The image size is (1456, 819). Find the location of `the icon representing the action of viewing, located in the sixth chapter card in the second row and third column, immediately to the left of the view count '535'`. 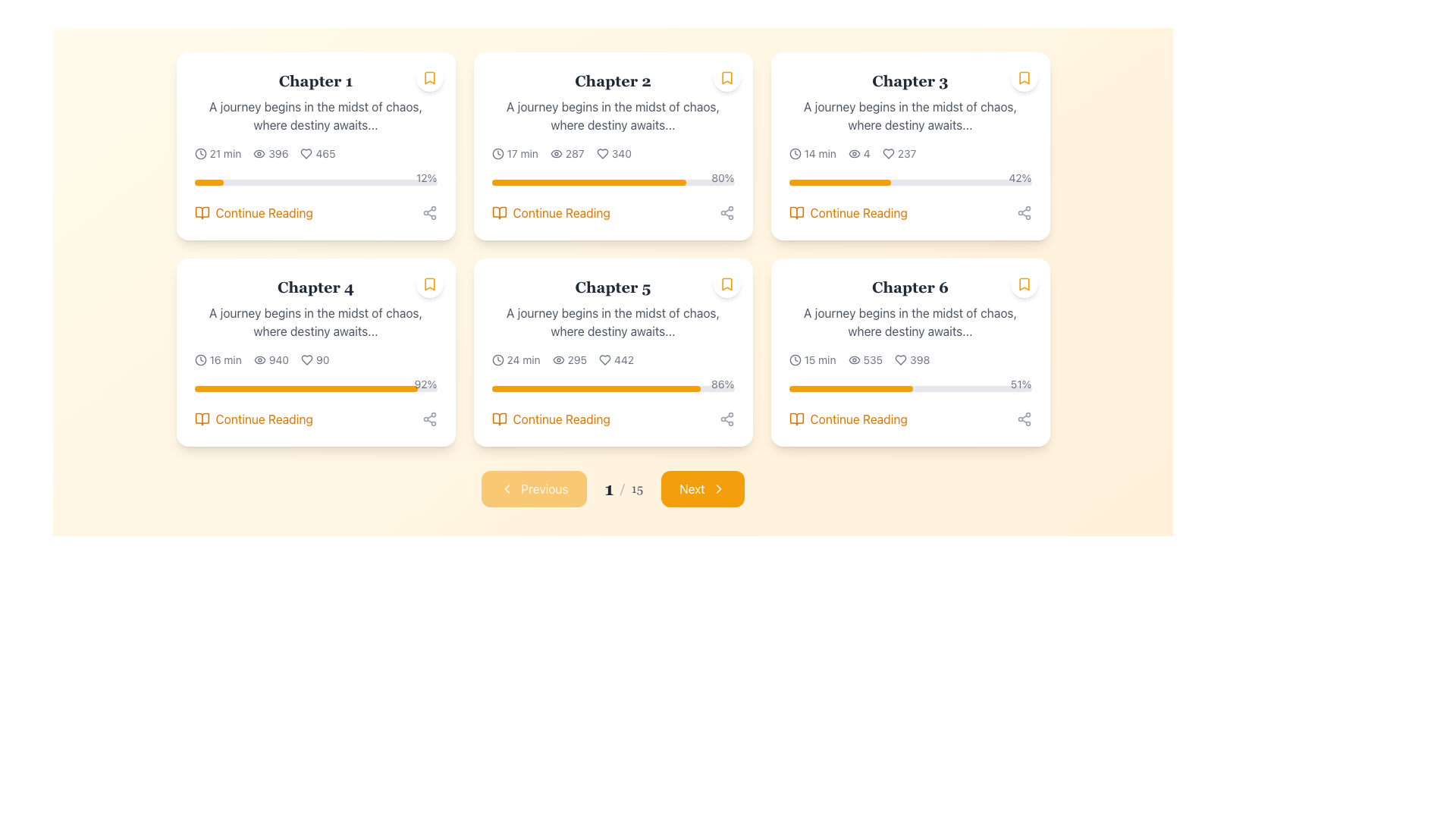

the icon representing the action of viewing, located in the sixth chapter card in the second row and third column, immediately to the left of the view count '535' is located at coordinates (854, 359).